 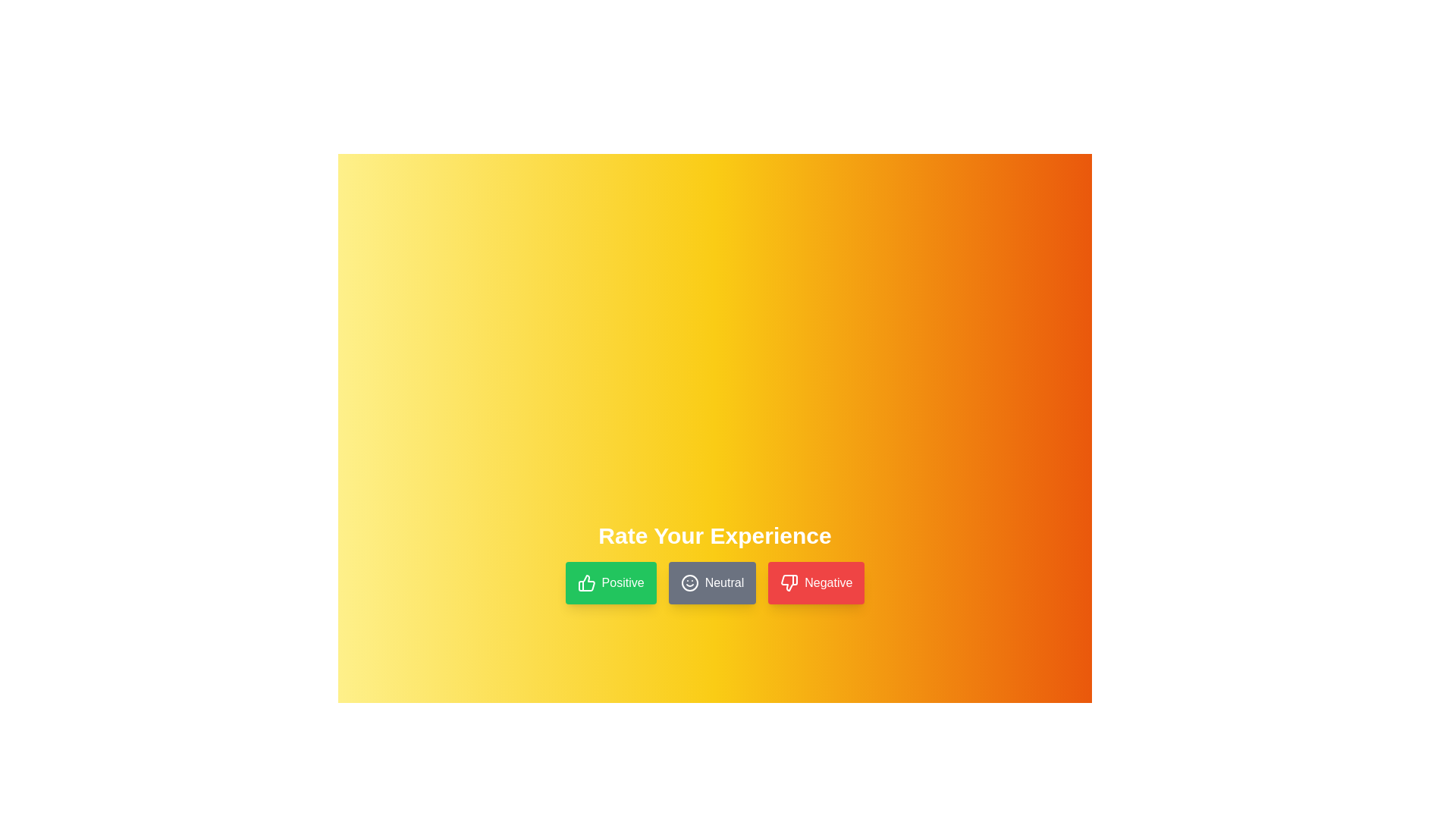 I want to click on the Button Group containing the 'Positive', 'Neutral', and 'Negative' buttons, so click(x=714, y=582).